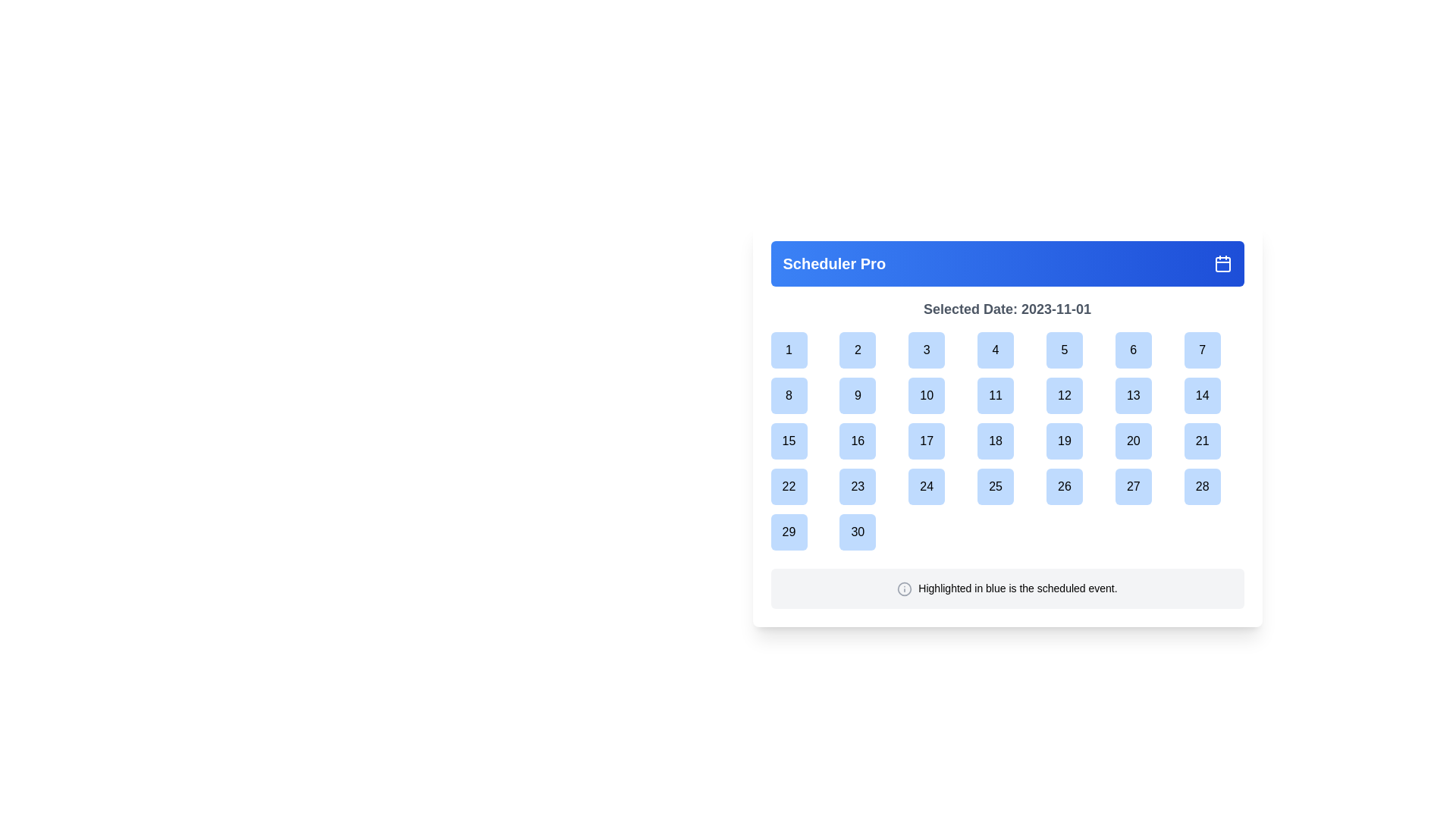 The width and height of the screenshot is (1456, 819). I want to click on the tooltip that provides additional context for the calendar cell labeled '15', indicating no event is associated with this date, so click(802, 472).